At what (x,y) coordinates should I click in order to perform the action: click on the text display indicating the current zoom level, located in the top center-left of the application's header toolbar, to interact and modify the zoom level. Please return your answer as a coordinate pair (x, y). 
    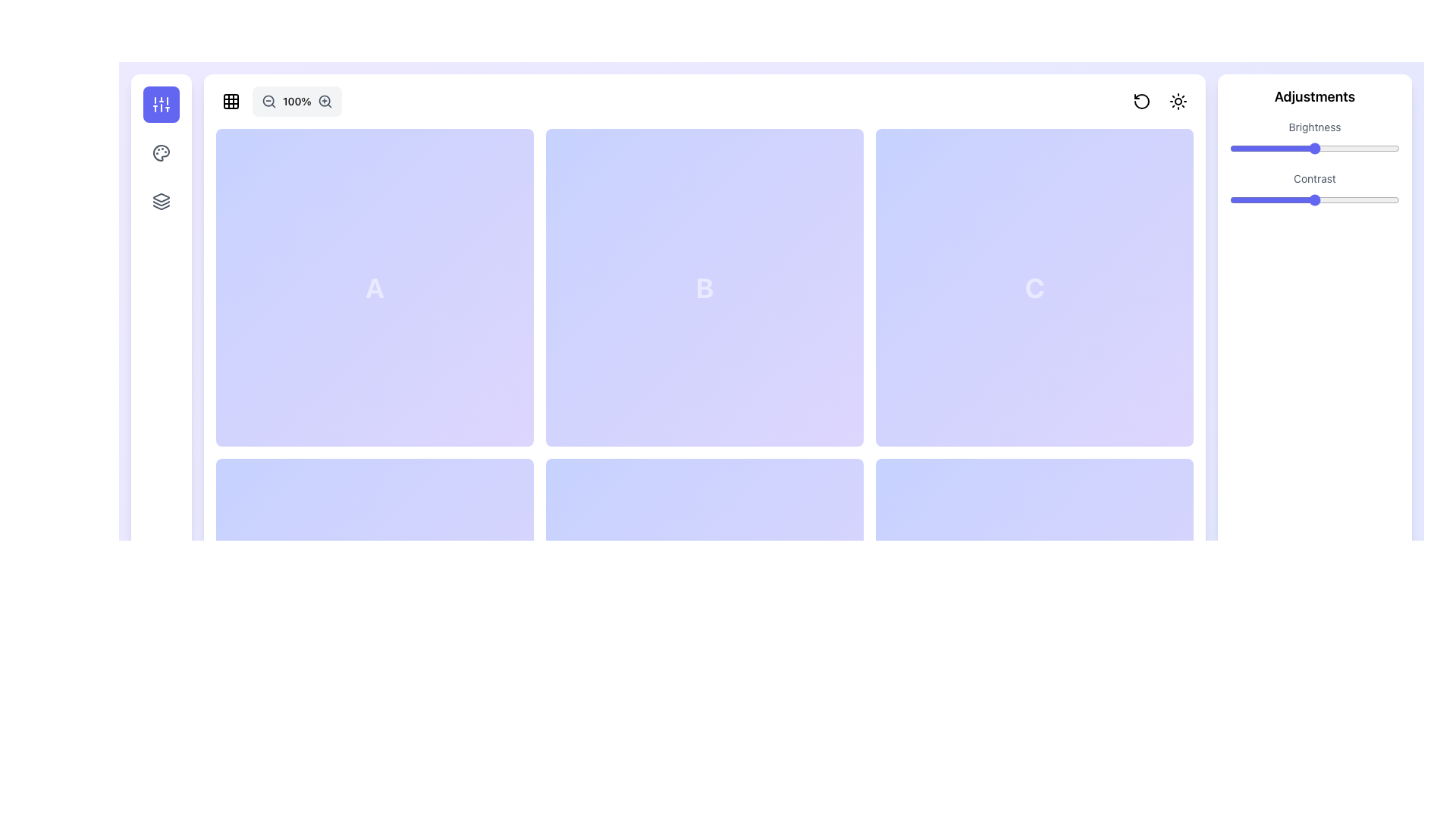
    Looking at the image, I should click on (278, 102).